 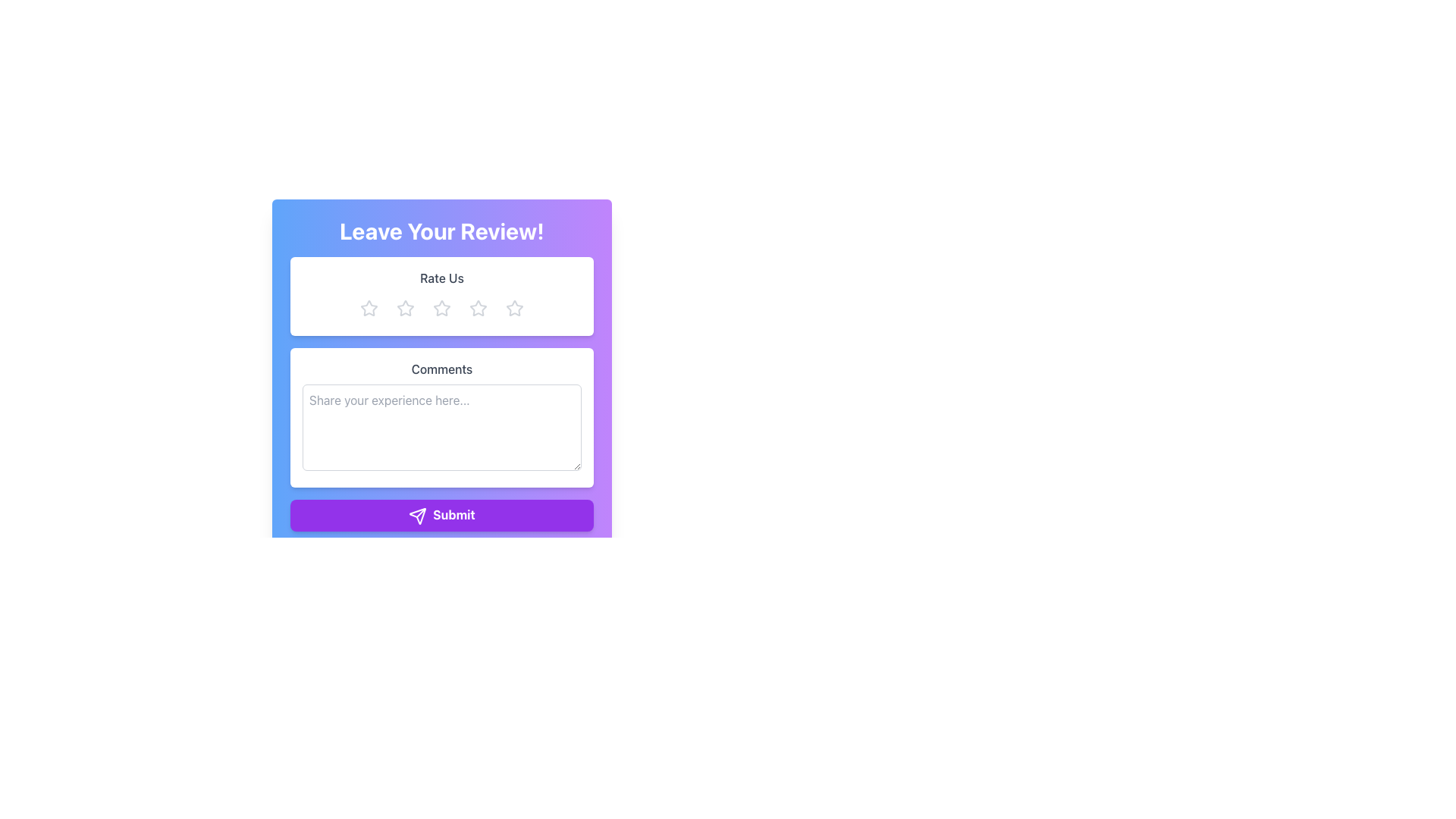 What do you see at coordinates (441, 308) in the screenshot?
I see `the third star icon in the 'Rate Us' panel, which is rendered in a grayish tone indicating it is not active or selected` at bounding box center [441, 308].